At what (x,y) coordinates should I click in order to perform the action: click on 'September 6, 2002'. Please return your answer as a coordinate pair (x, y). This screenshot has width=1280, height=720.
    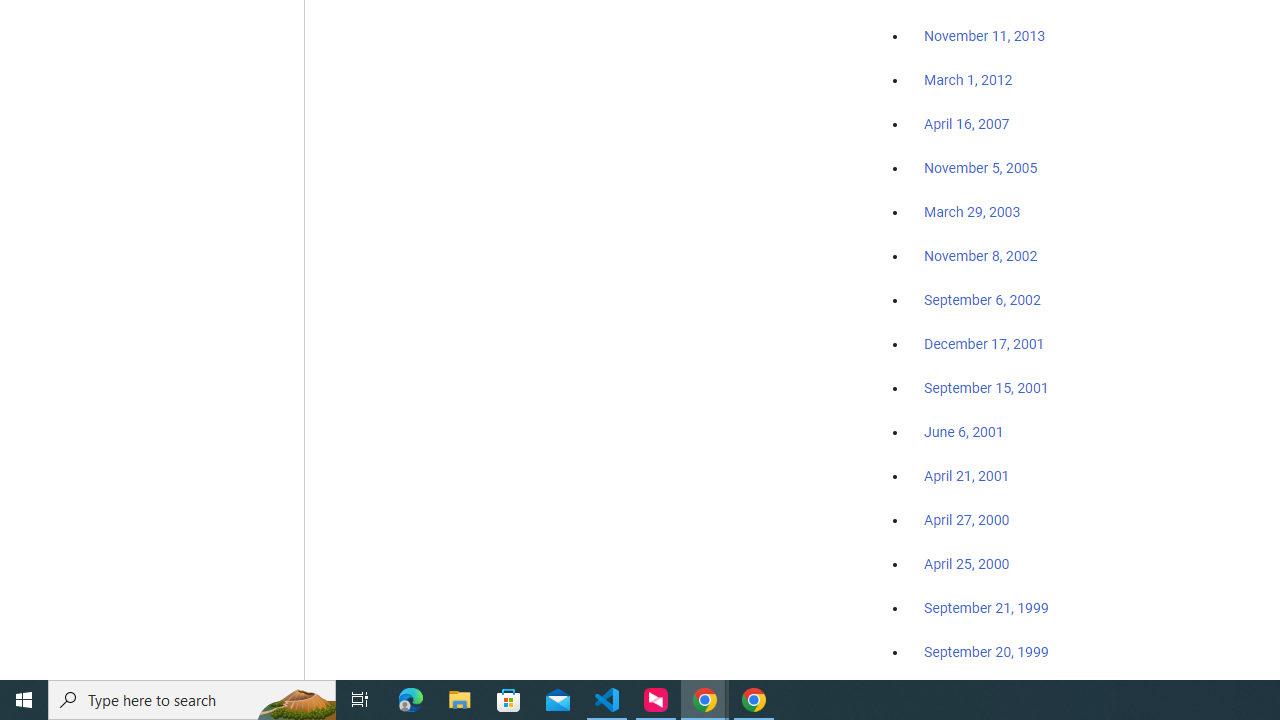
    Looking at the image, I should click on (982, 299).